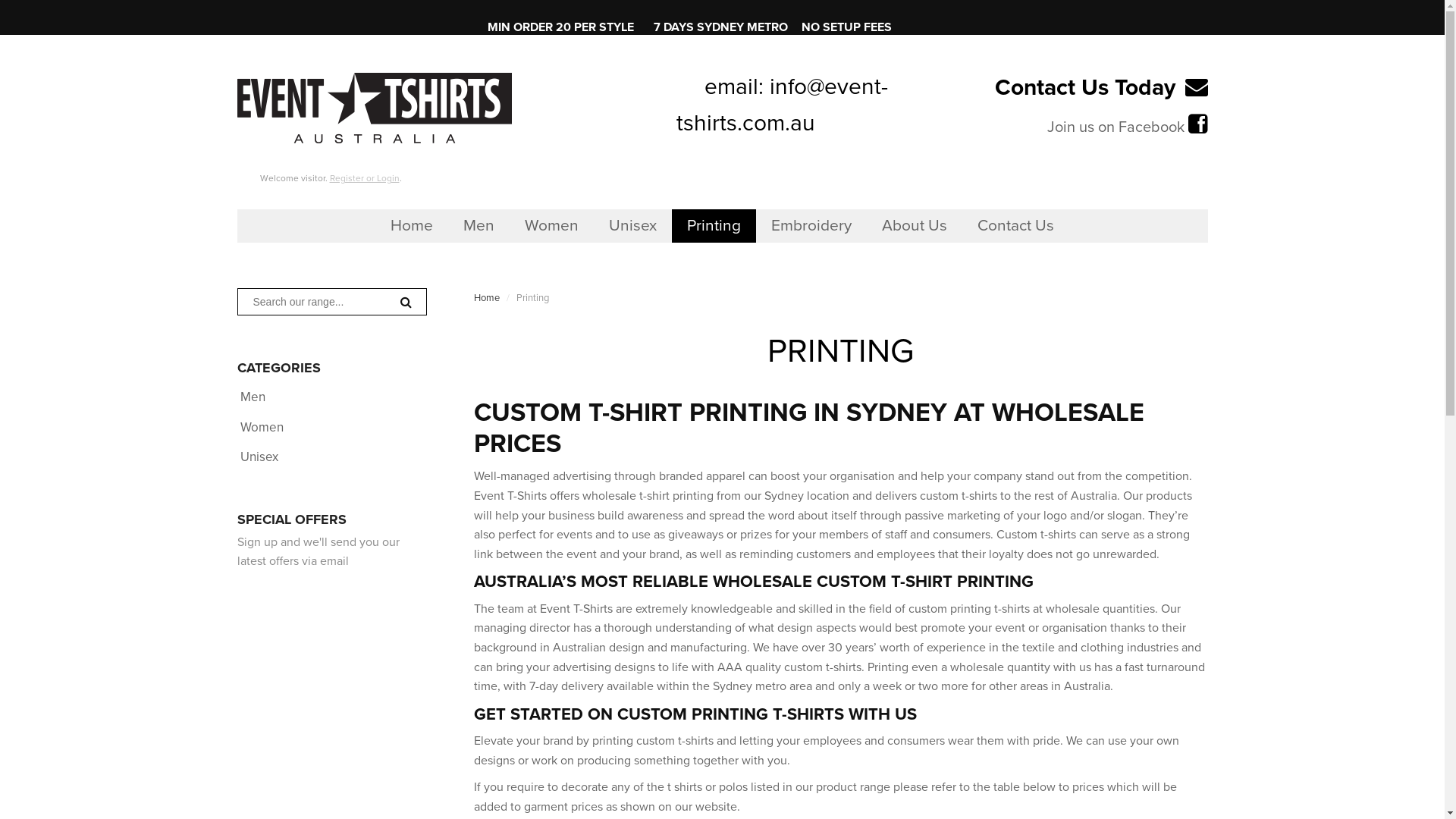 The height and width of the screenshot is (819, 1456). Describe the element at coordinates (487, 298) in the screenshot. I see `'Home'` at that location.